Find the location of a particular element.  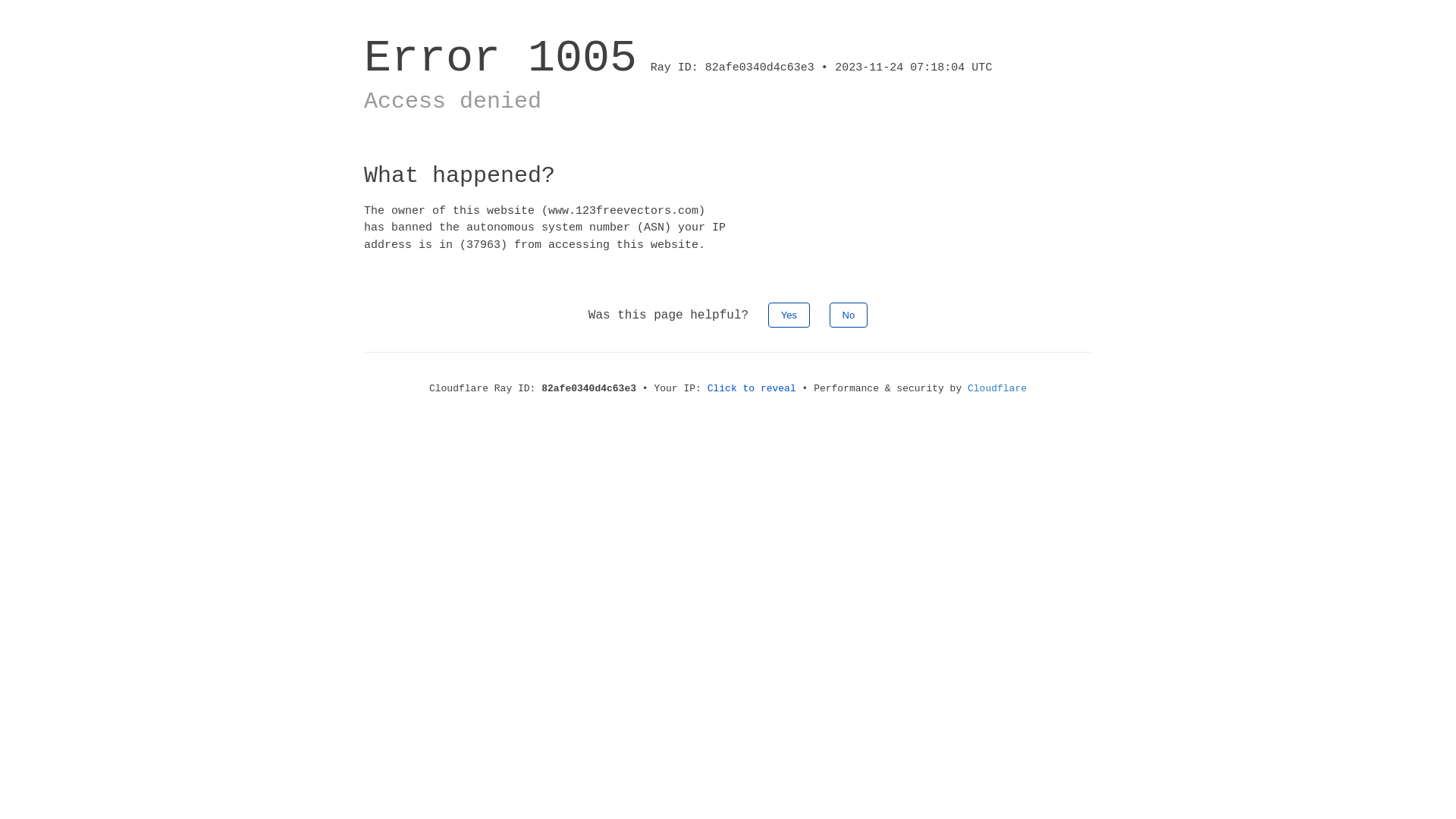

'Cloudflare' is located at coordinates (997, 388).